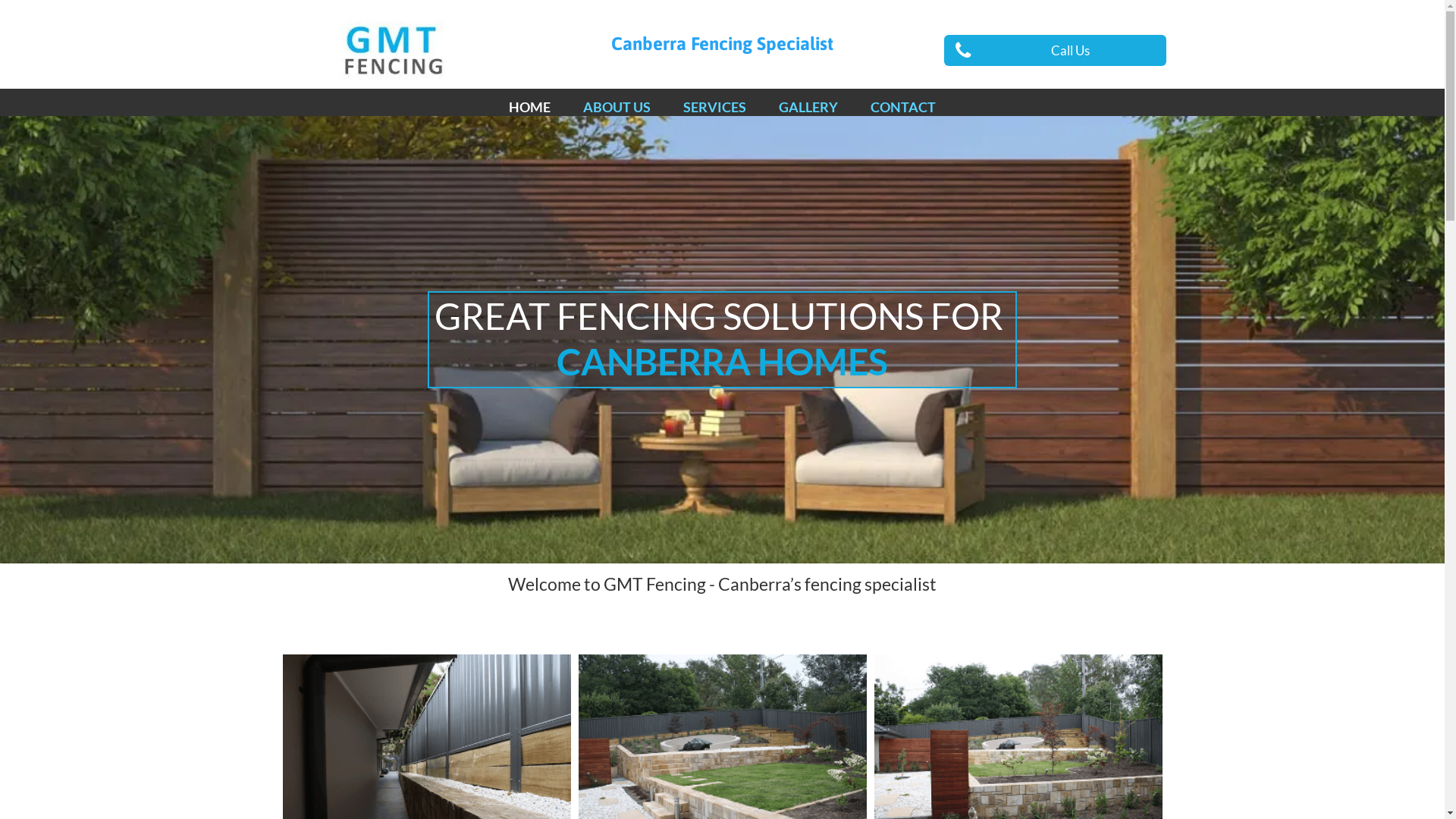  What do you see at coordinates (714, 106) in the screenshot?
I see `'SERVICES'` at bounding box center [714, 106].